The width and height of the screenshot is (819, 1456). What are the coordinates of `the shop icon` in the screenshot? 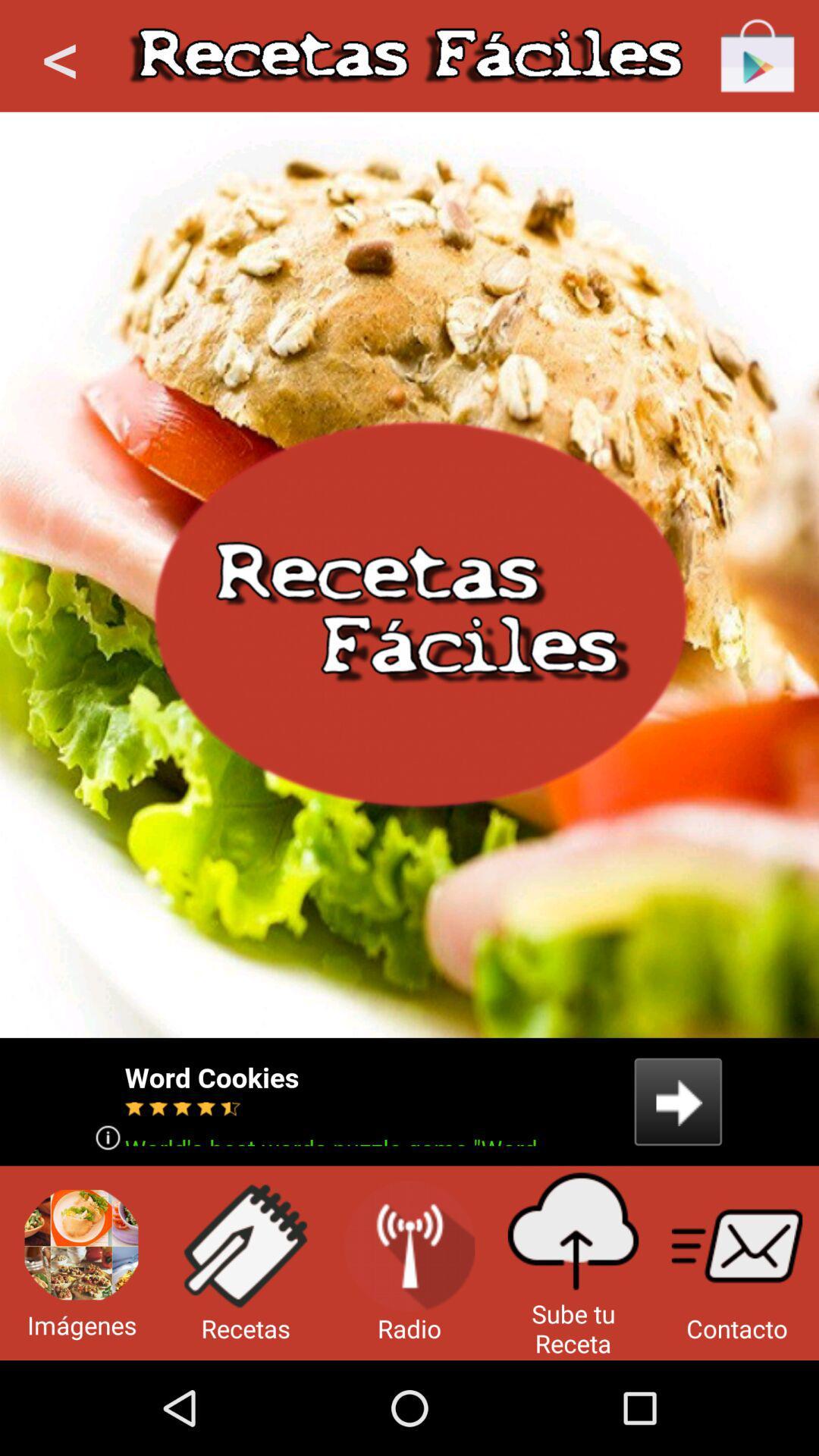 It's located at (758, 59).